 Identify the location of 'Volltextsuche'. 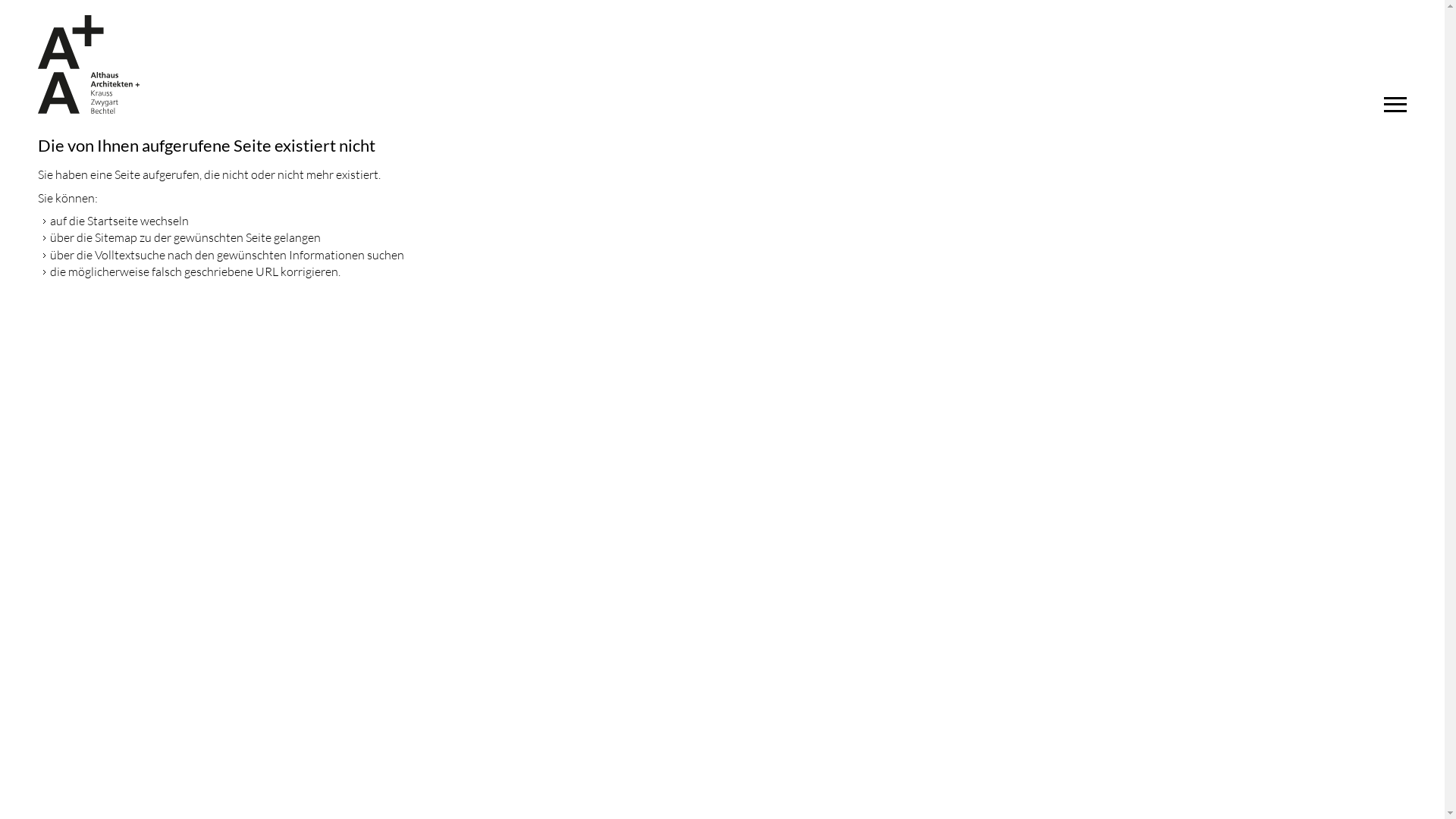
(93, 253).